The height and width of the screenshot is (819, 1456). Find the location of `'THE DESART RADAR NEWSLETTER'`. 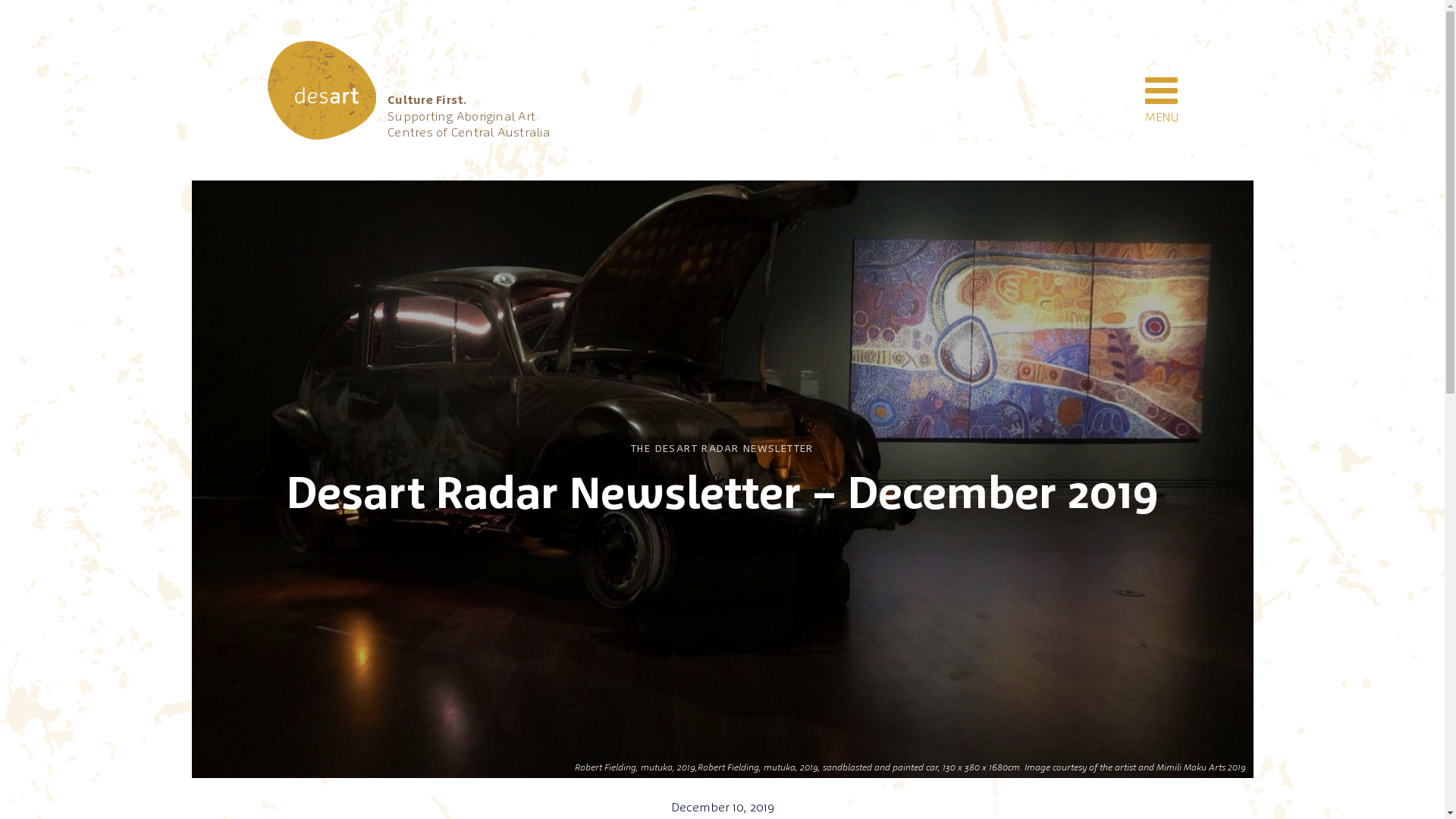

'THE DESART RADAR NEWSLETTER' is located at coordinates (721, 447).